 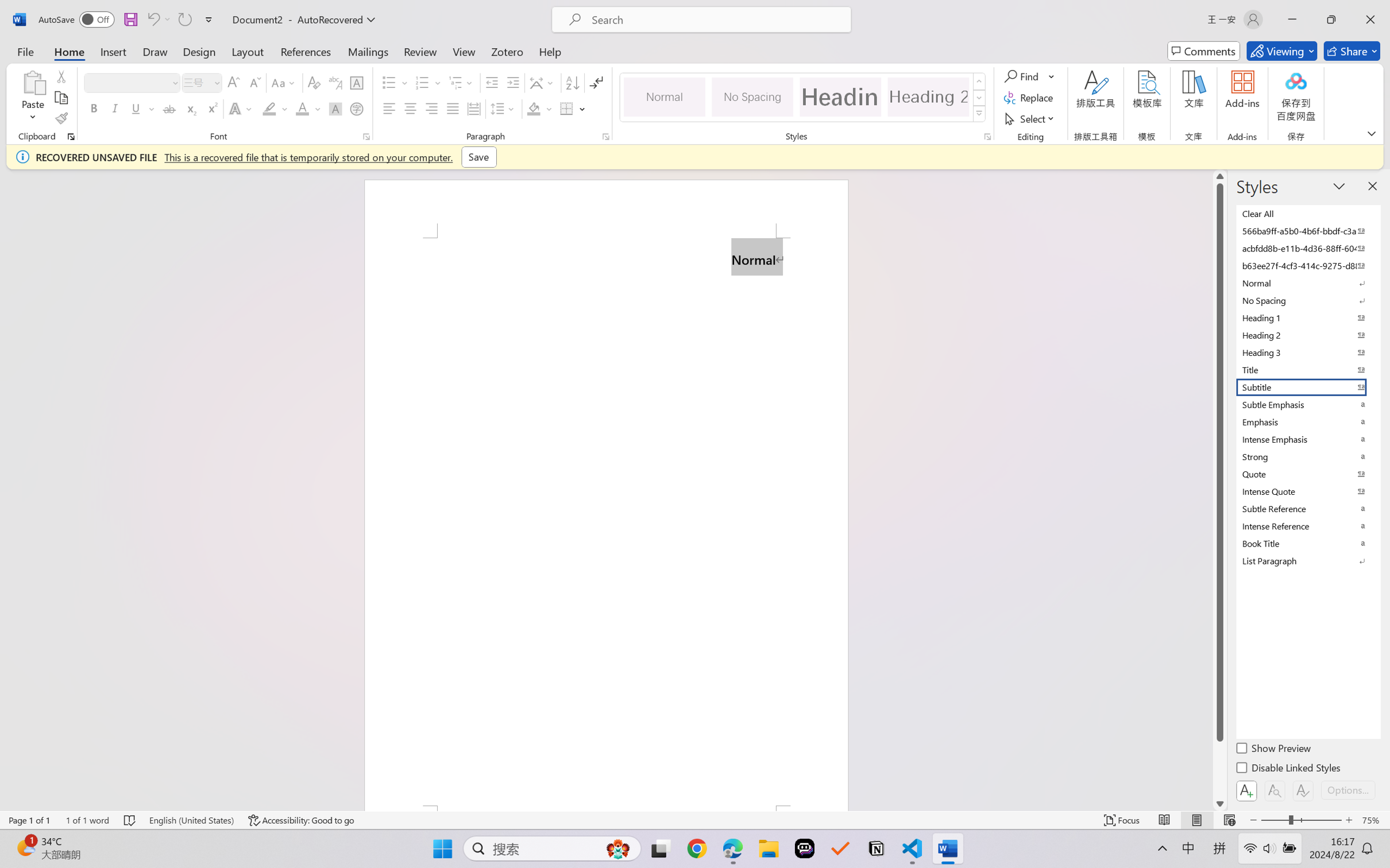 What do you see at coordinates (366, 136) in the screenshot?
I see `'Font...'` at bounding box center [366, 136].